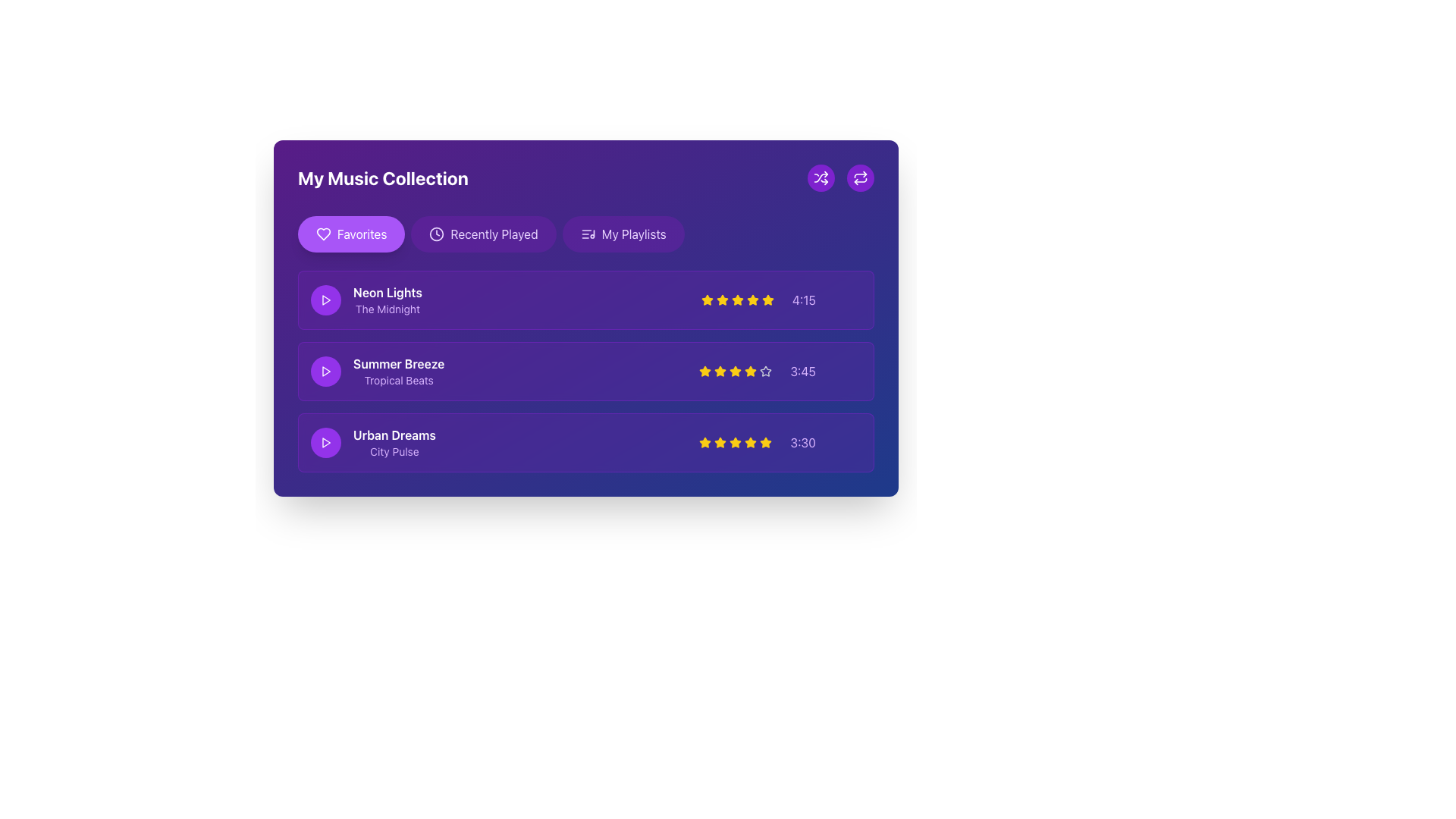  What do you see at coordinates (720, 371) in the screenshot?
I see `the third star-shaped icon with a yellow fill in the rating row of the 'Summer Breeze' playlist item to indicate a rating` at bounding box center [720, 371].